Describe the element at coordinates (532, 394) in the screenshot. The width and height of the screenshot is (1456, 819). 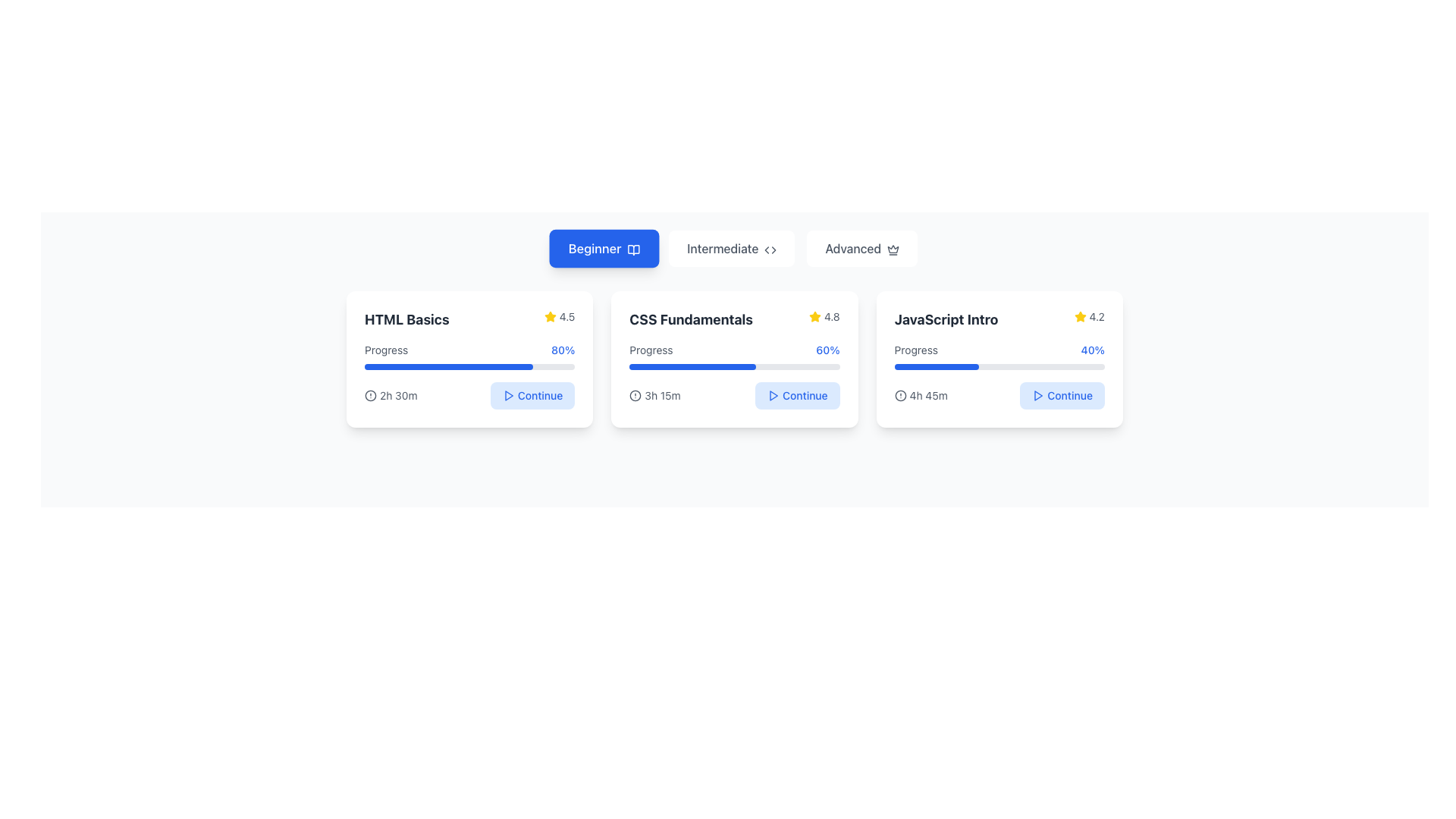
I see `the 'Continue' button with a blue rounded background that contains a play icon and the text 'Continue', located` at that location.